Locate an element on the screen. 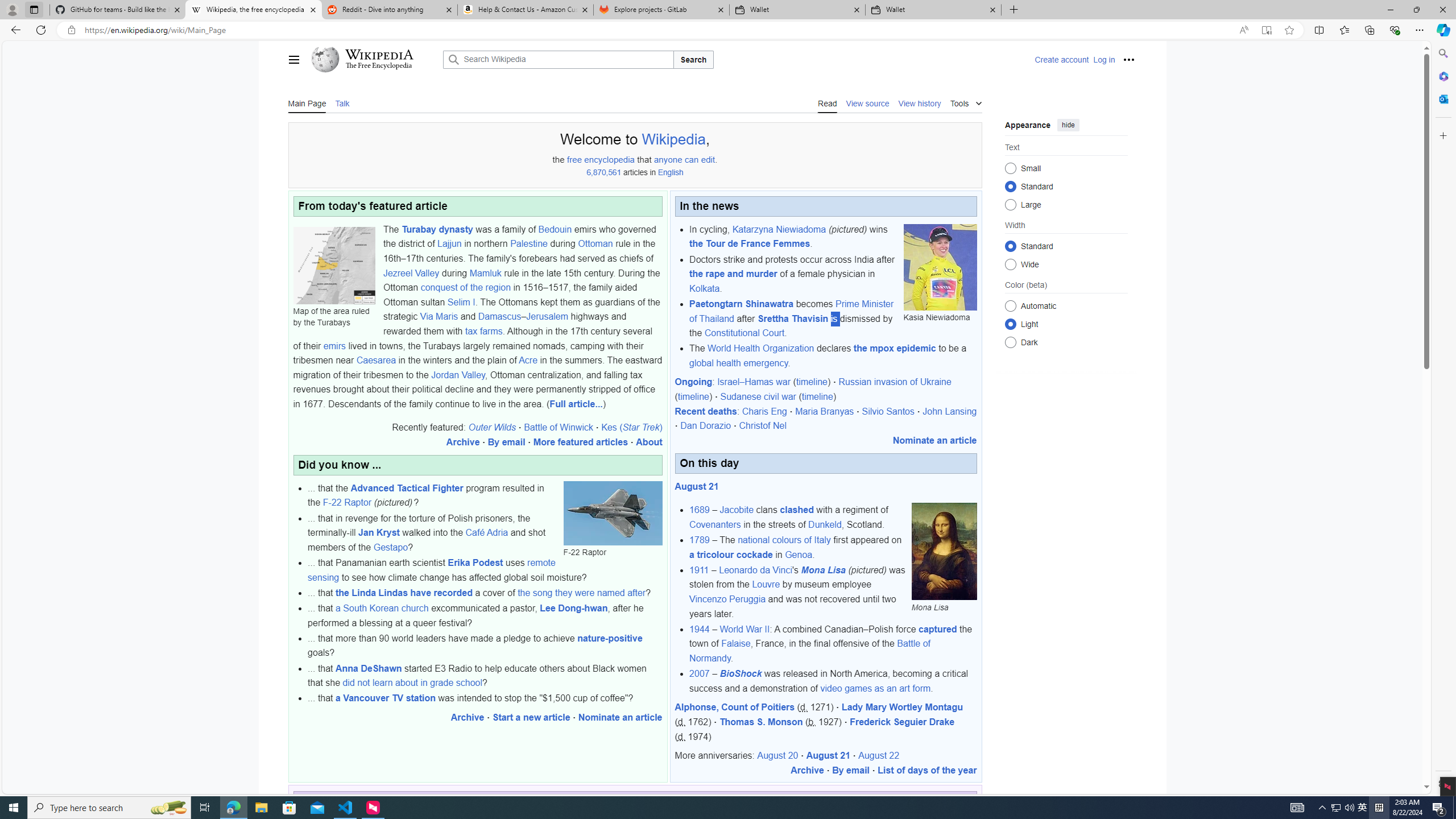  'Wikipedia, the free encyclopedia' is located at coordinates (253, 9).